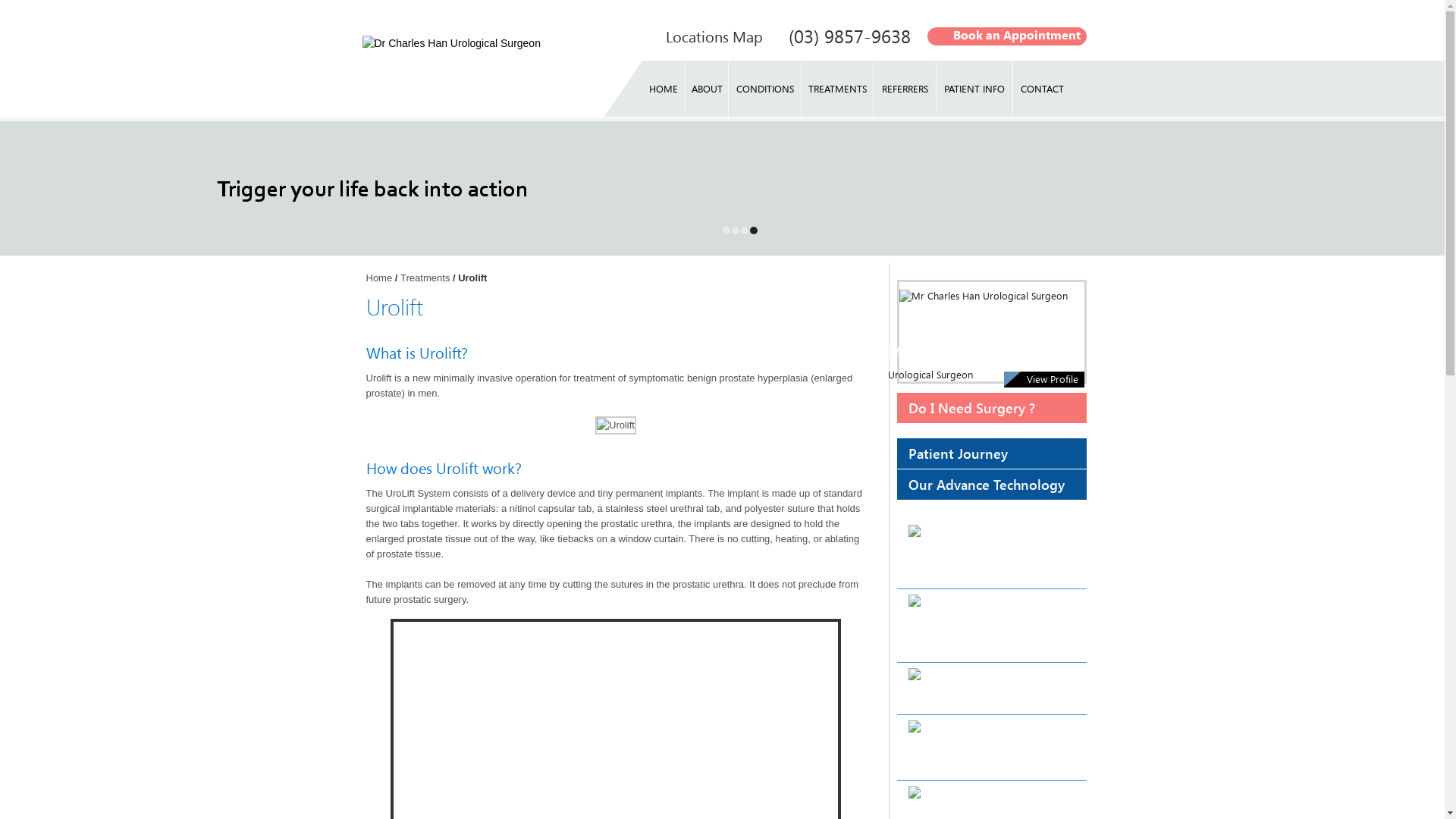  I want to click on 'REFERRERS', so click(905, 88).